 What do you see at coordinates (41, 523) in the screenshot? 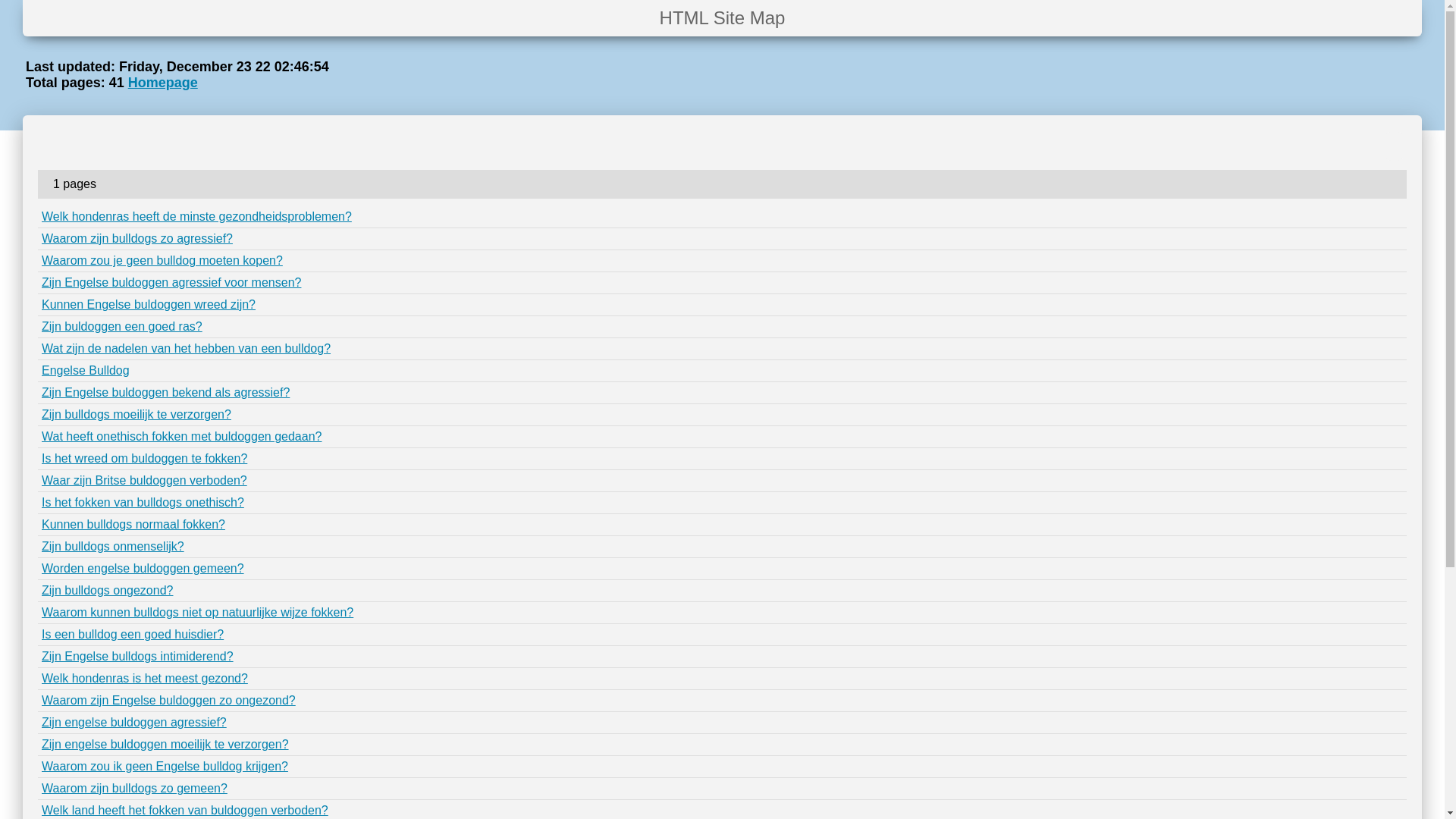
I see `'Kunnen bulldogs normaal fokken?'` at bounding box center [41, 523].